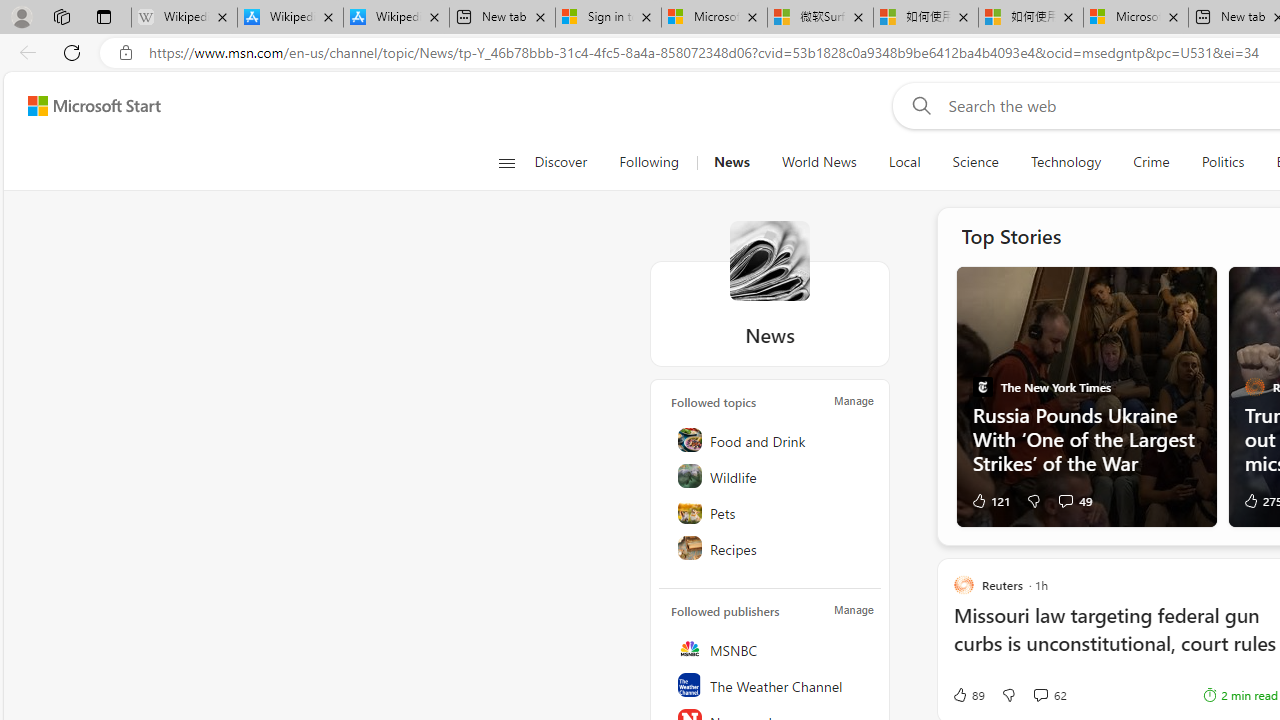  Describe the element at coordinates (21, 16) in the screenshot. I see `'Personal Profile'` at that location.